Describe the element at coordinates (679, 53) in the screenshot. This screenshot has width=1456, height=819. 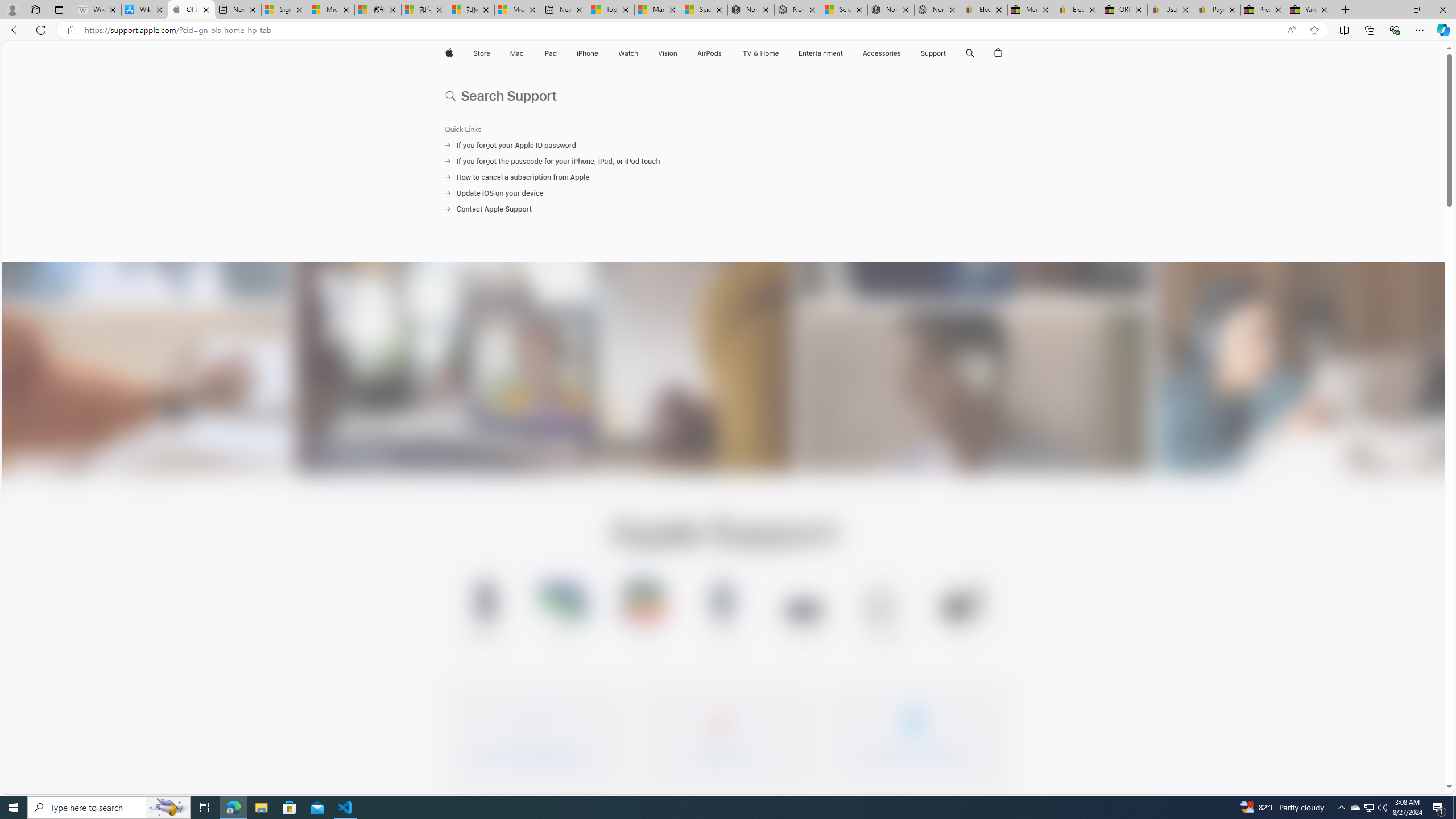
I see `'Vision menu'` at that location.